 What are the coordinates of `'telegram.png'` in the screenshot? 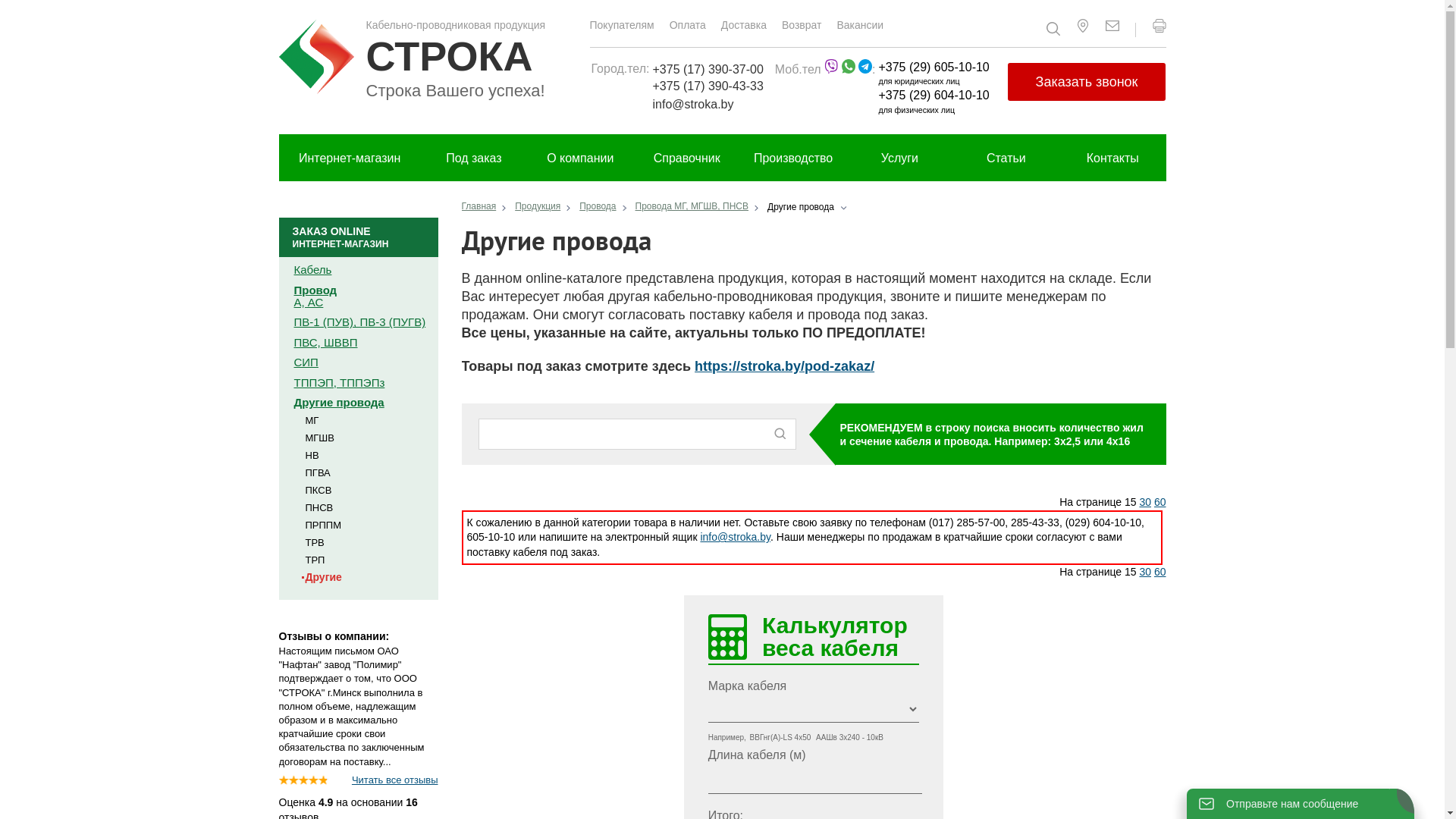 It's located at (858, 65).